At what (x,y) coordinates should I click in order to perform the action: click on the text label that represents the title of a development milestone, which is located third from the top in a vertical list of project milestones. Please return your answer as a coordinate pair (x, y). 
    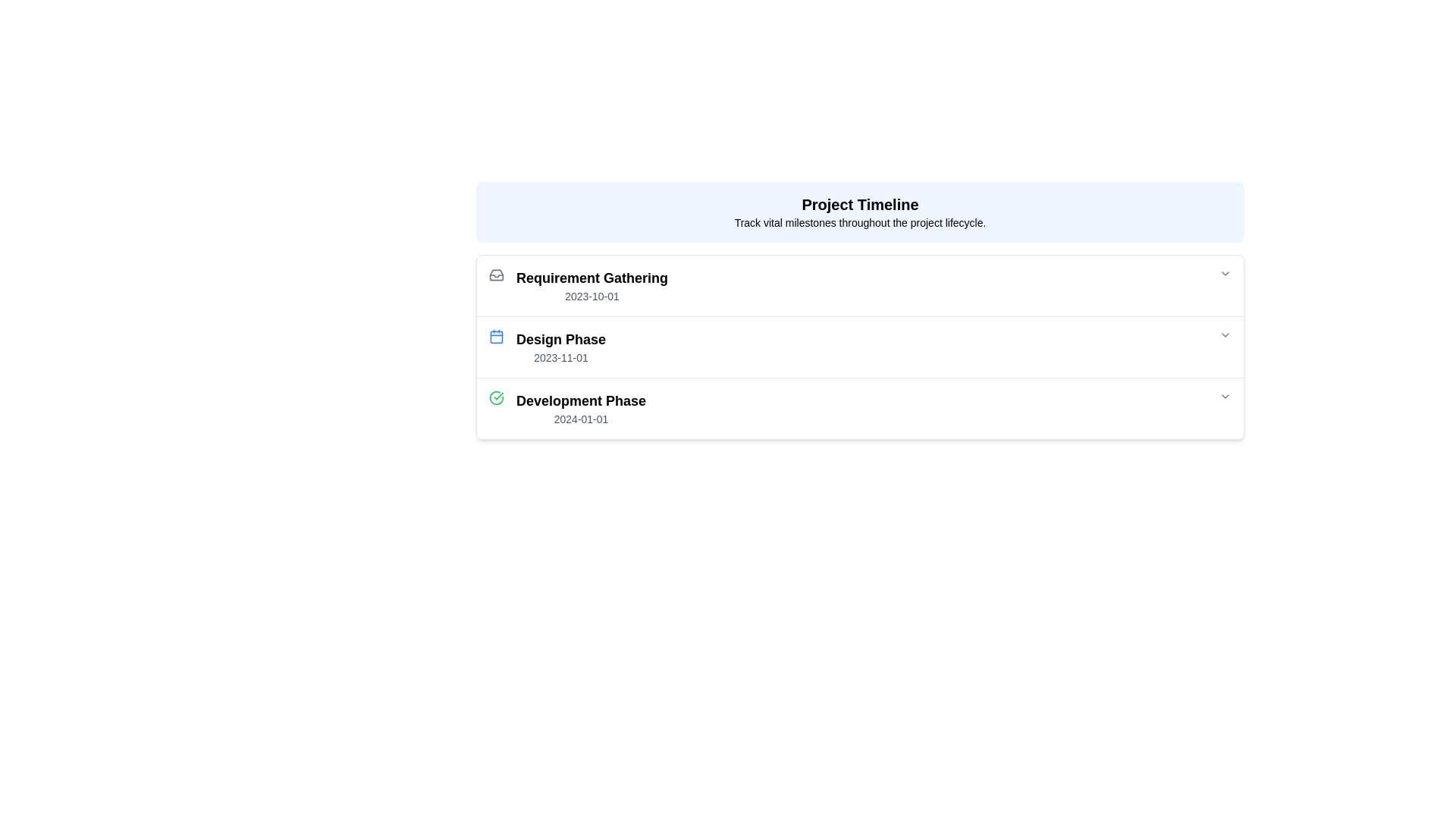
    Looking at the image, I should click on (580, 400).